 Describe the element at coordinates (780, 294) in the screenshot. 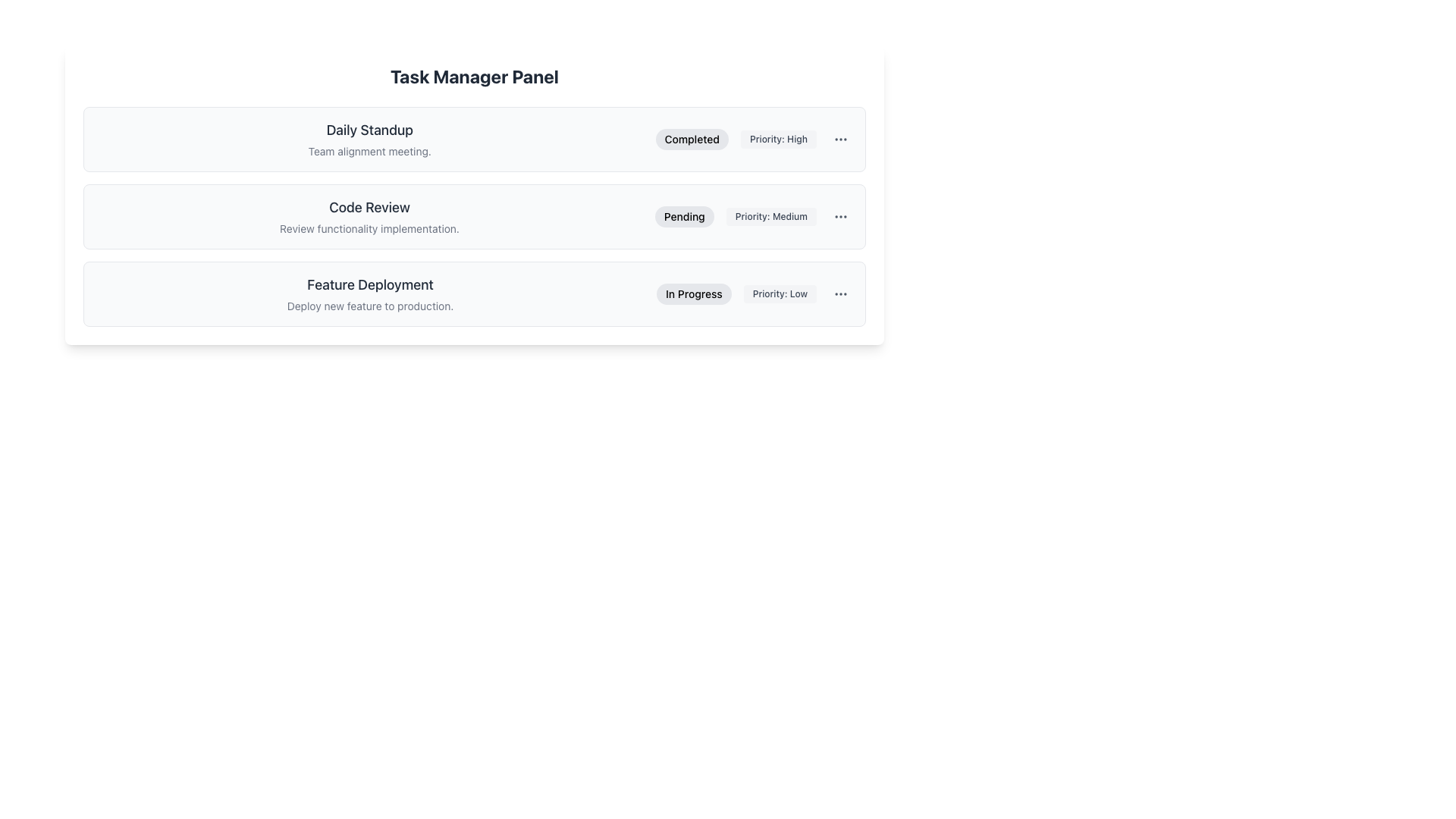

I see `the non-interactive display label indicating 'Low' priority in the third task row of the 'Feature Deployment' task list` at that location.